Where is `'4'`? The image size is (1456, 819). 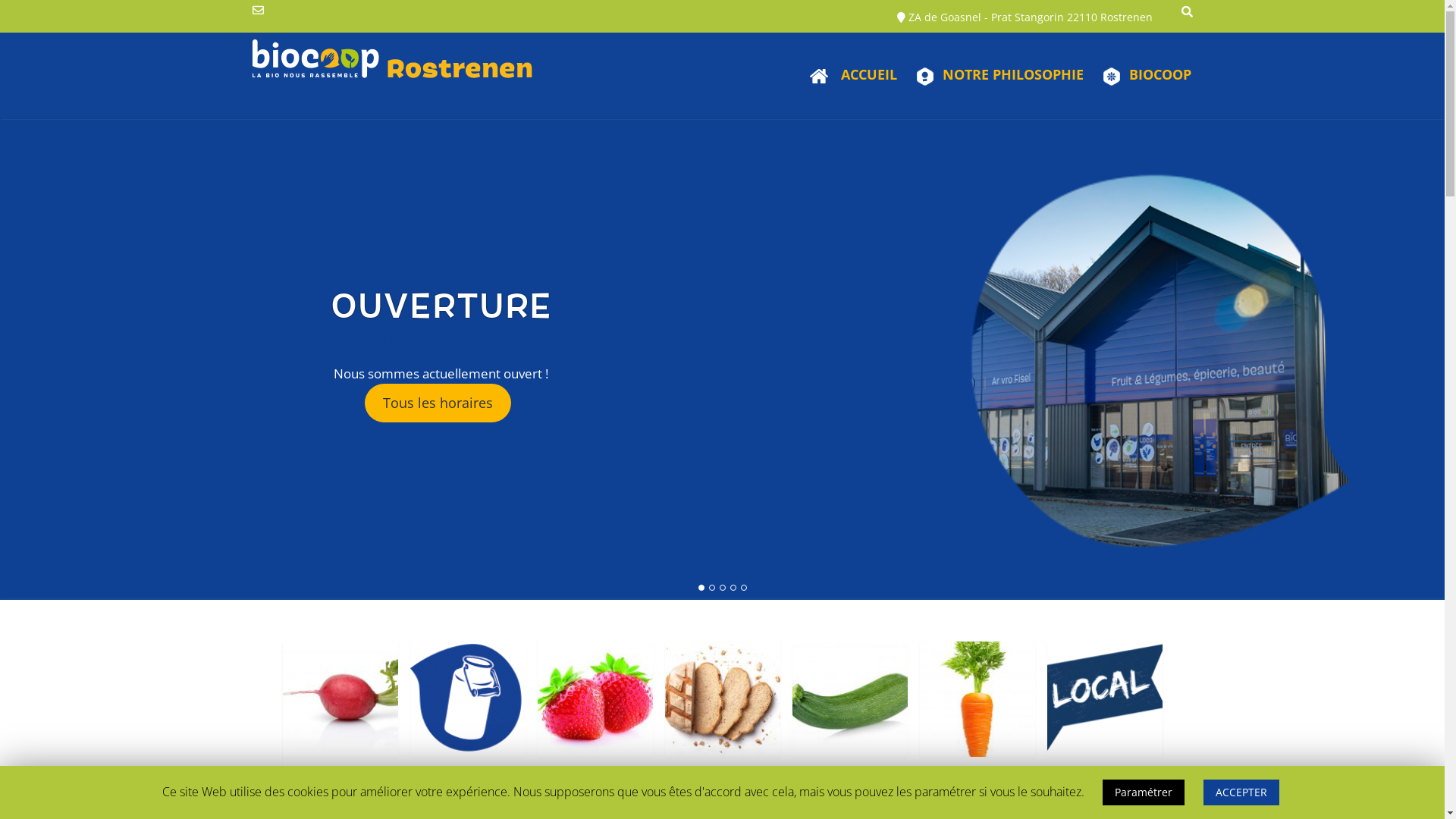
'4' is located at coordinates (733, 585).